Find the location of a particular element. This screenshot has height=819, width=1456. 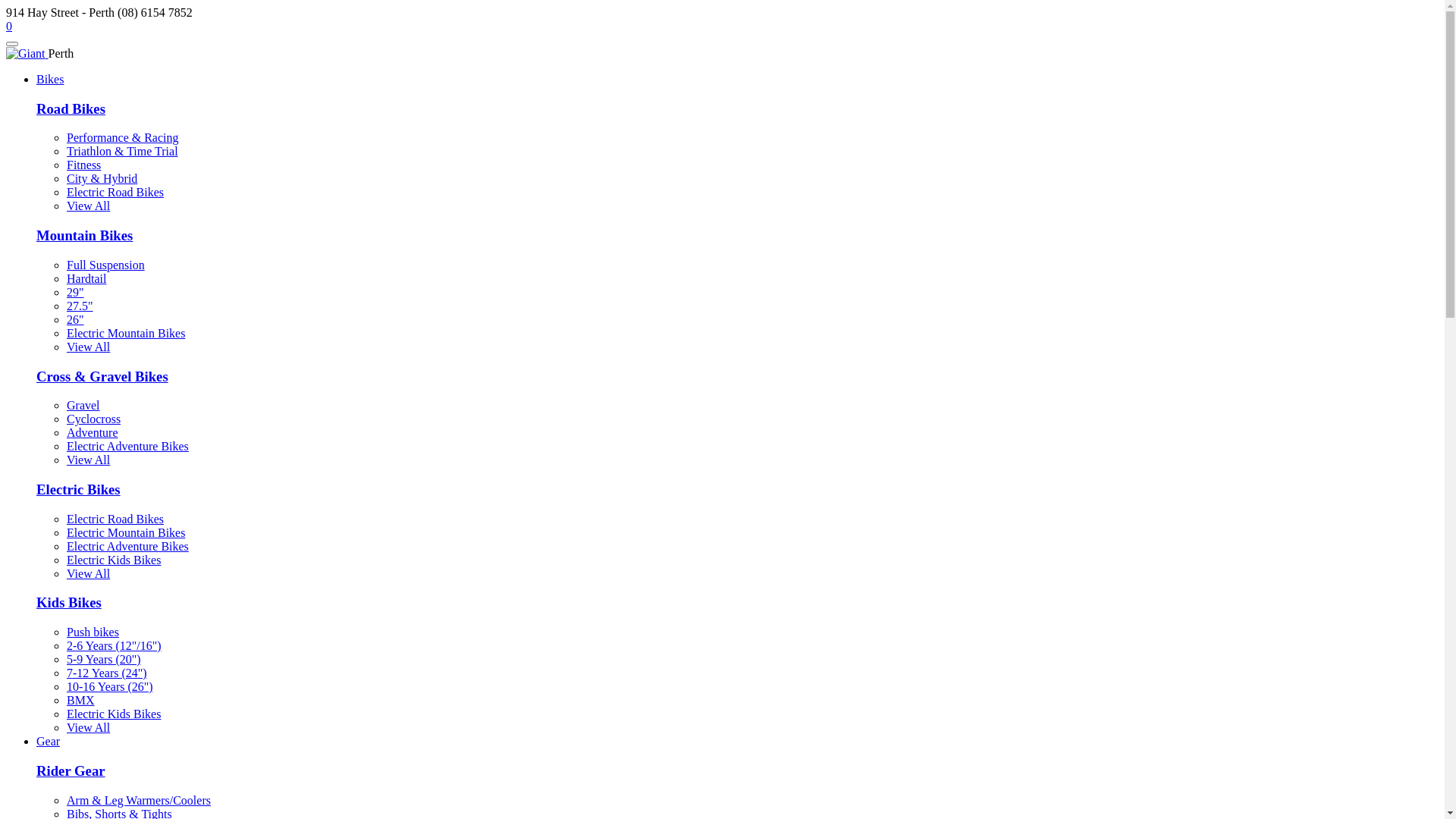

'View All' is located at coordinates (87, 206).